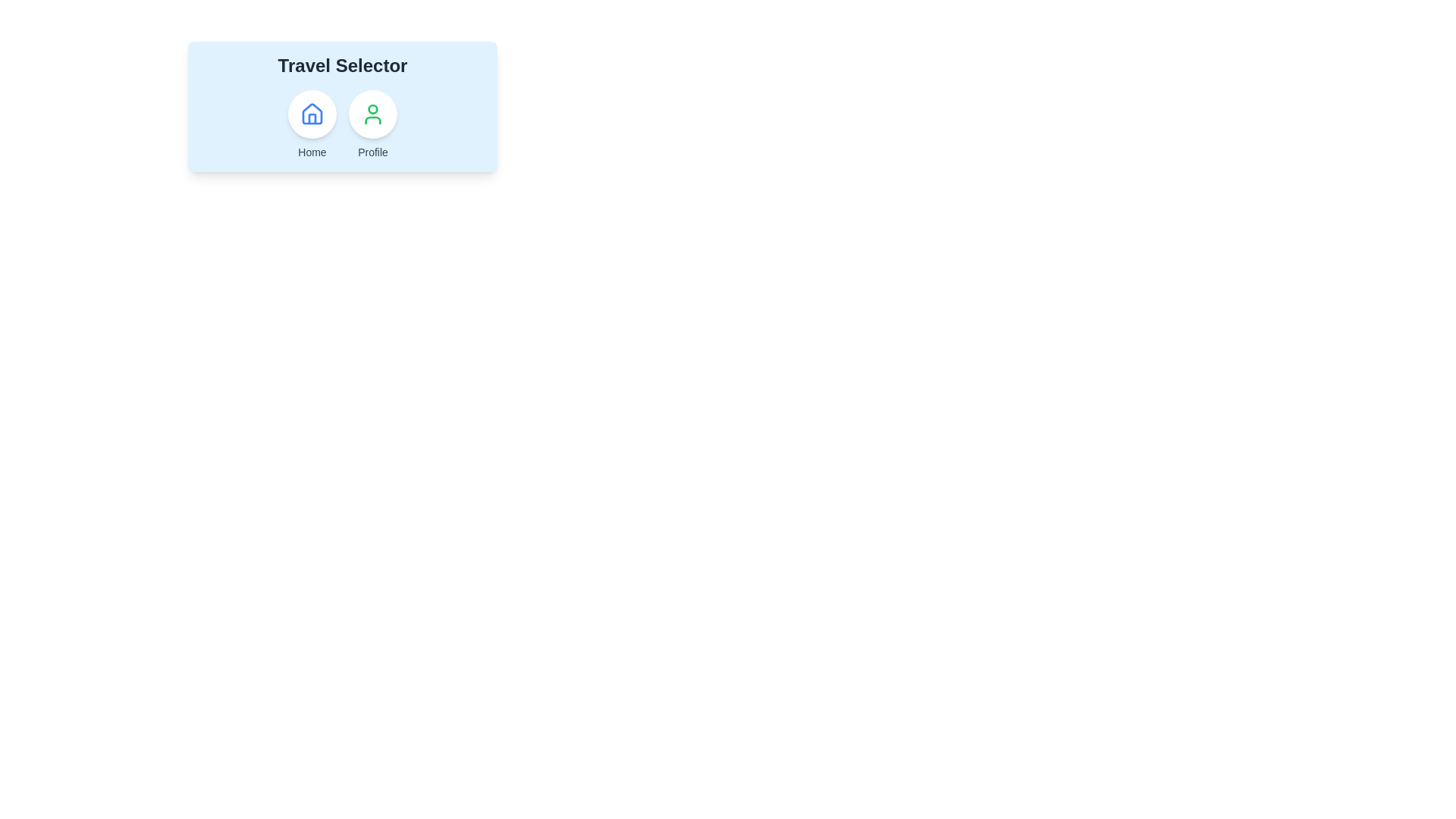  What do you see at coordinates (341, 124) in the screenshot?
I see `the 'Profile' group in the grouped navigation buttons` at bounding box center [341, 124].